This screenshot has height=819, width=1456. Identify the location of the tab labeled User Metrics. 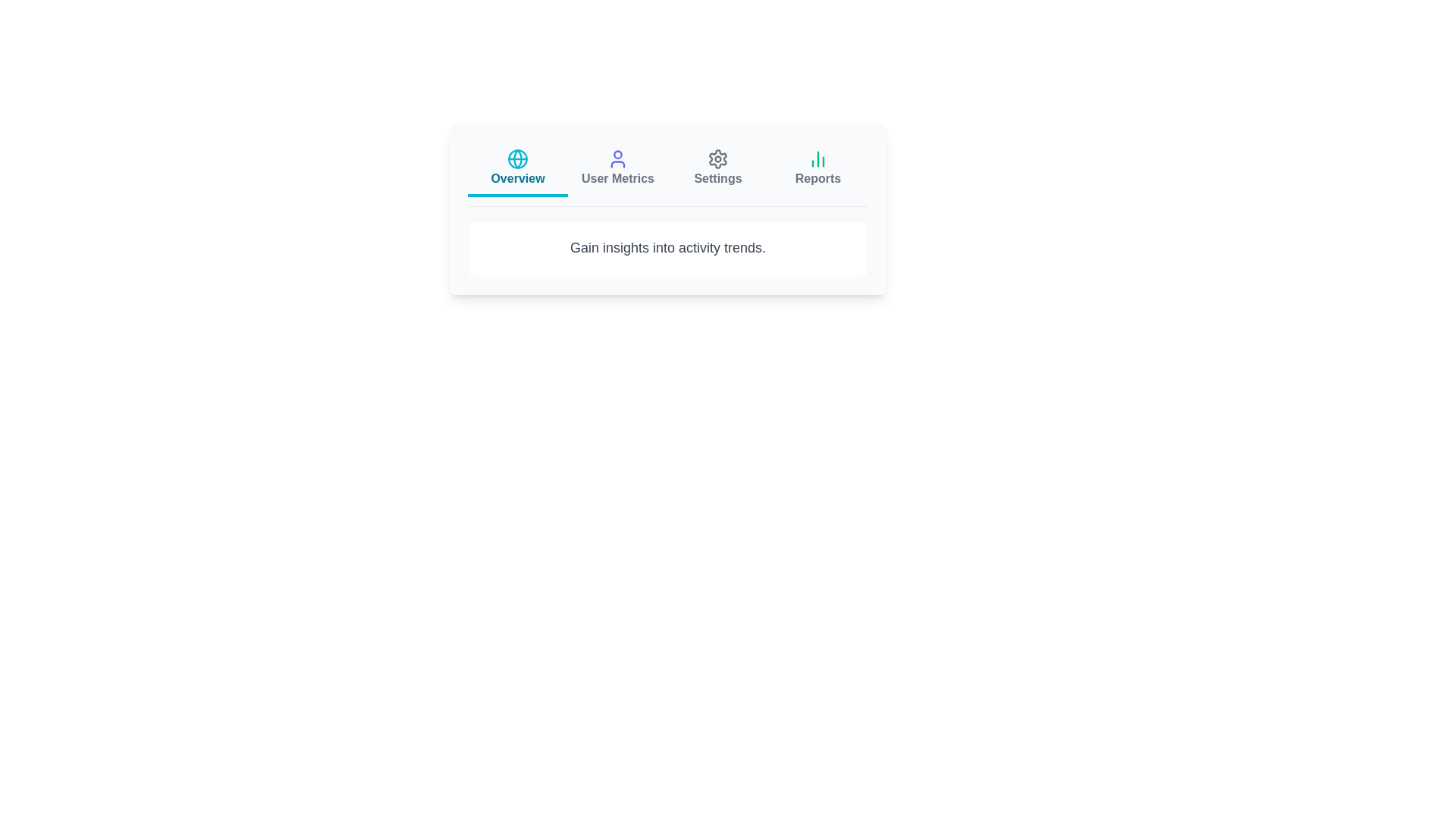
(618, 169).